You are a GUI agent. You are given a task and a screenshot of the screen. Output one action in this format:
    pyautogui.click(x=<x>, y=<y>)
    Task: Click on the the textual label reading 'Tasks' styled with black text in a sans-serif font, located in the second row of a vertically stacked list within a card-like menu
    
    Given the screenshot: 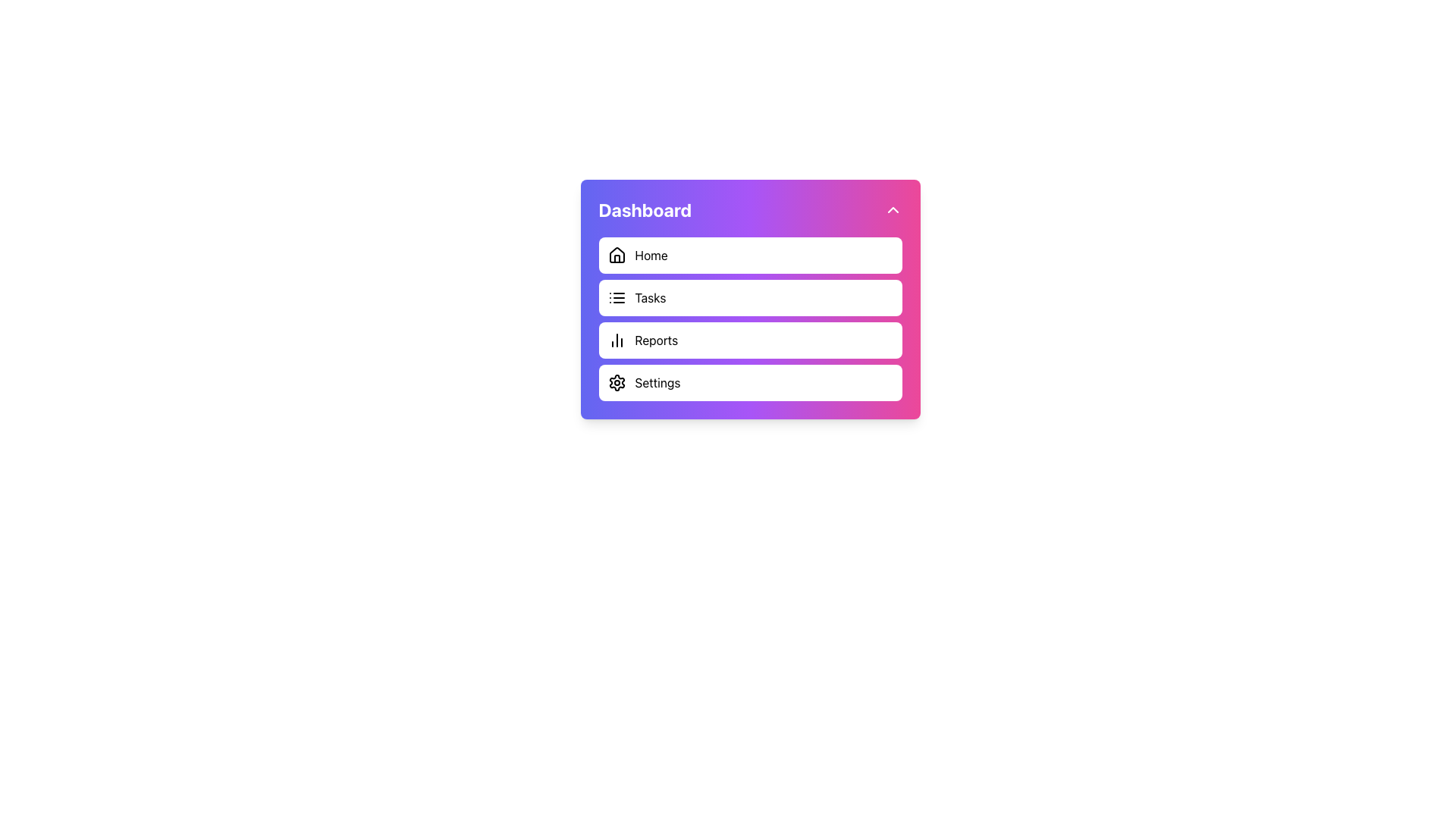 What is the action you would take?
    pyautogui.click(x=650, y=298)
    